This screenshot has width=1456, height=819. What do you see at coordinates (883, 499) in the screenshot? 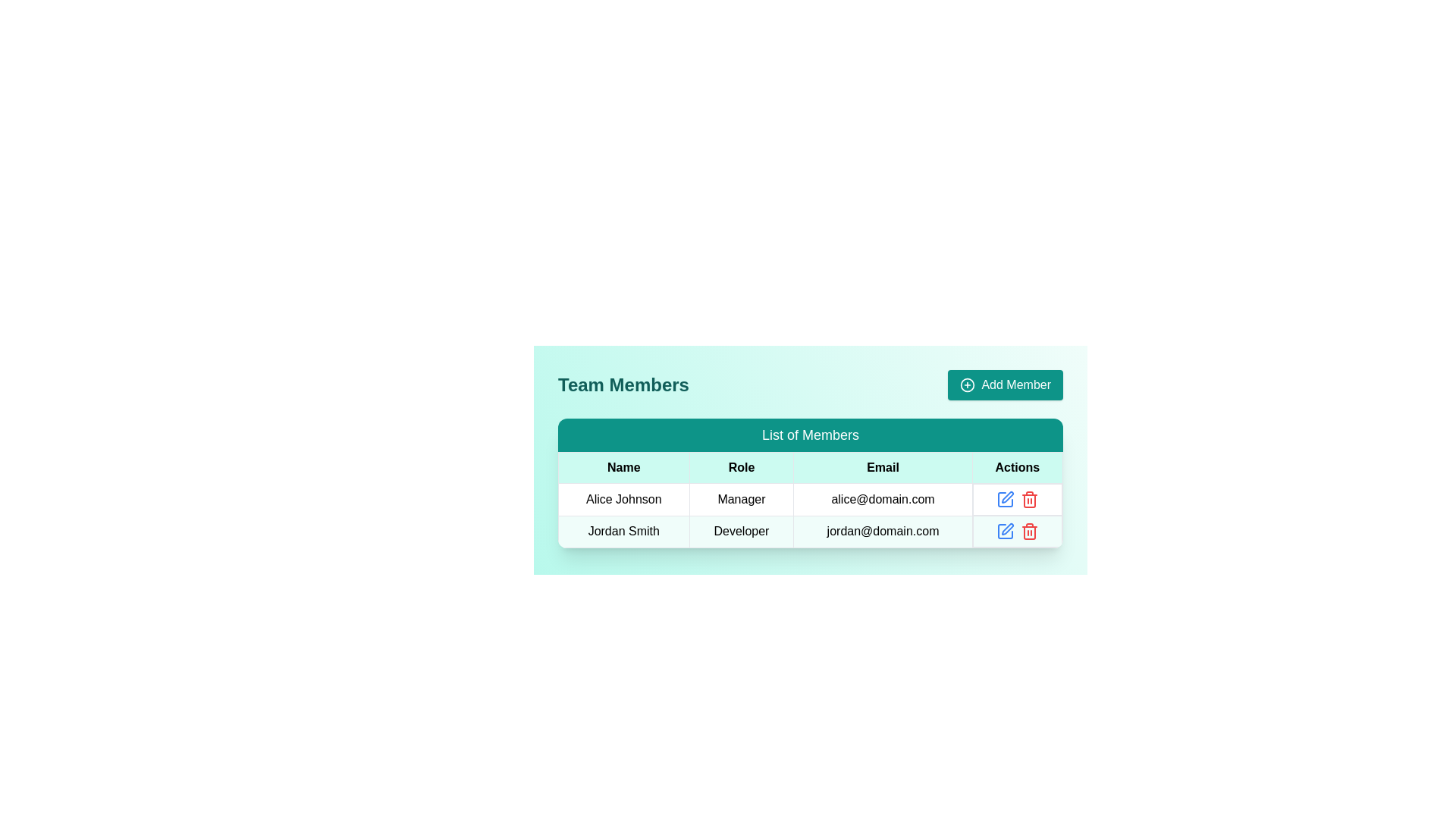
I see `the text-based UI component containing the email address 'alice@domain.com', which is the third cell in the first data row of the table under the 'Email' column` at bounding box center [883, 499].